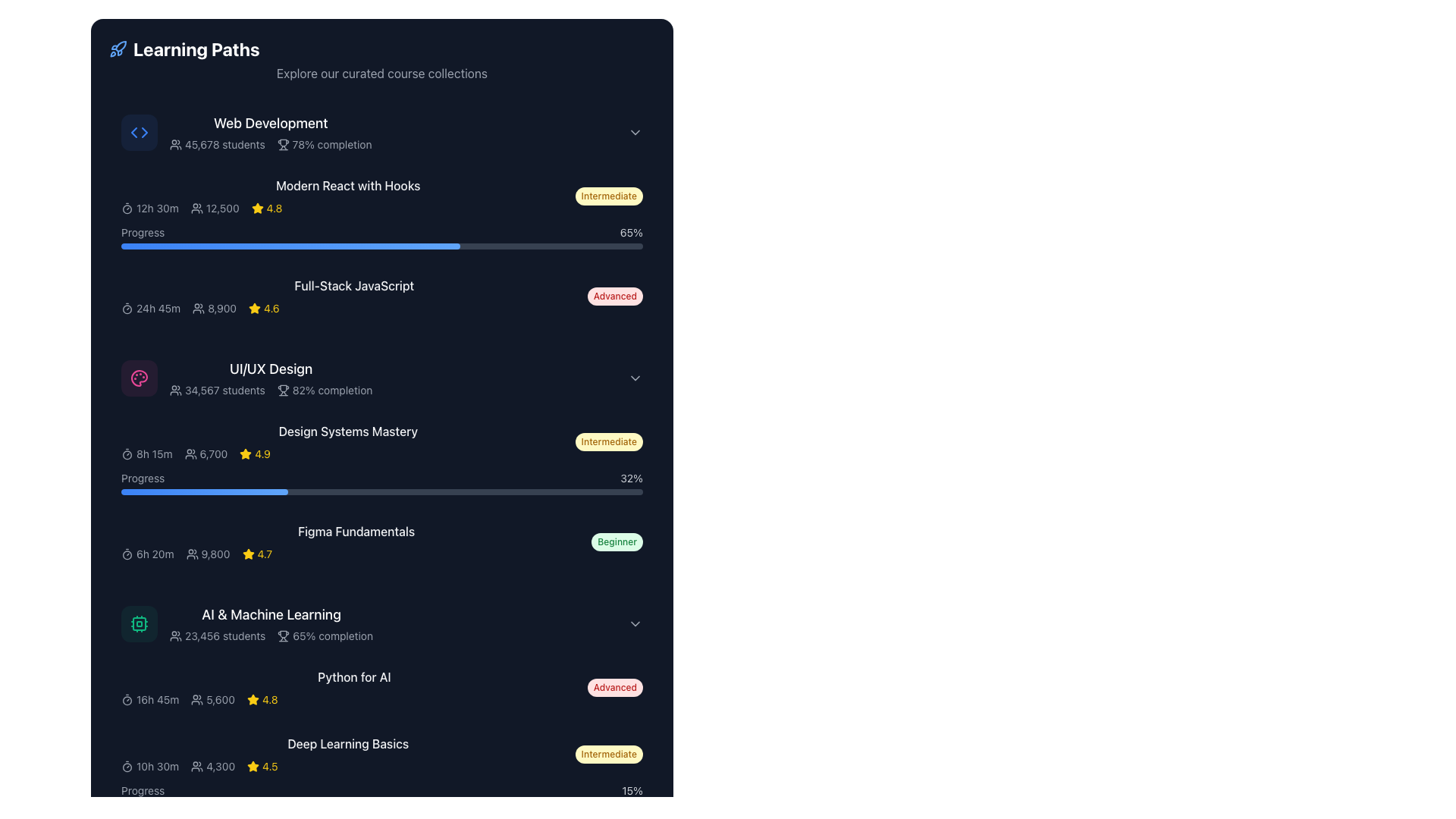 This screenshot has height=819, width=1456. I want to click on text label displaying the number of participants or viewers, which is the second item in a horizontal layout after a time indicator and before a rating indicator, so click(214, 208).